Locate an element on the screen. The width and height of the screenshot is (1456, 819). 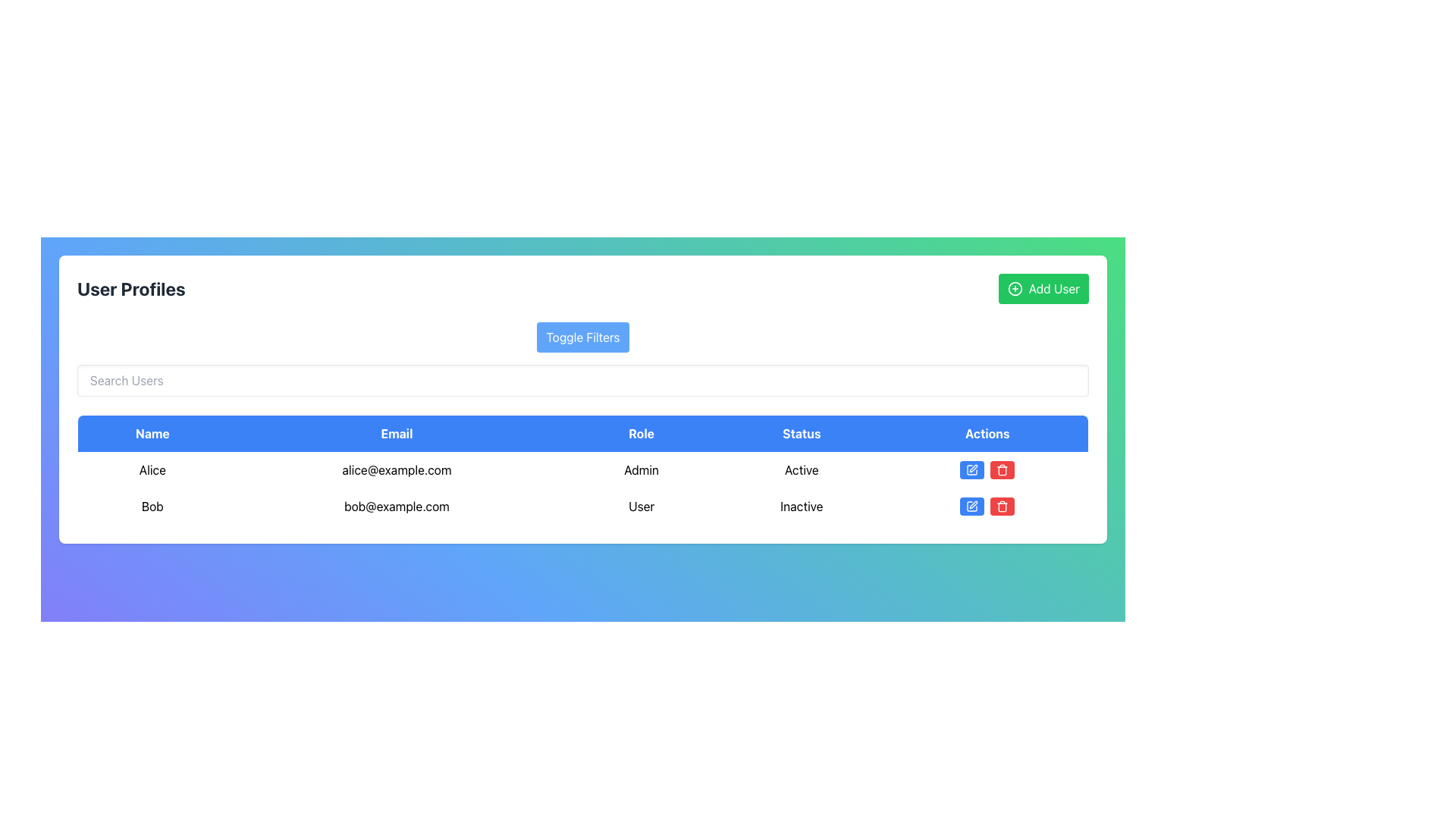
the 'Inactive' text label in the 'Status' column of the second row in the table is located at coordinates (801, 507).